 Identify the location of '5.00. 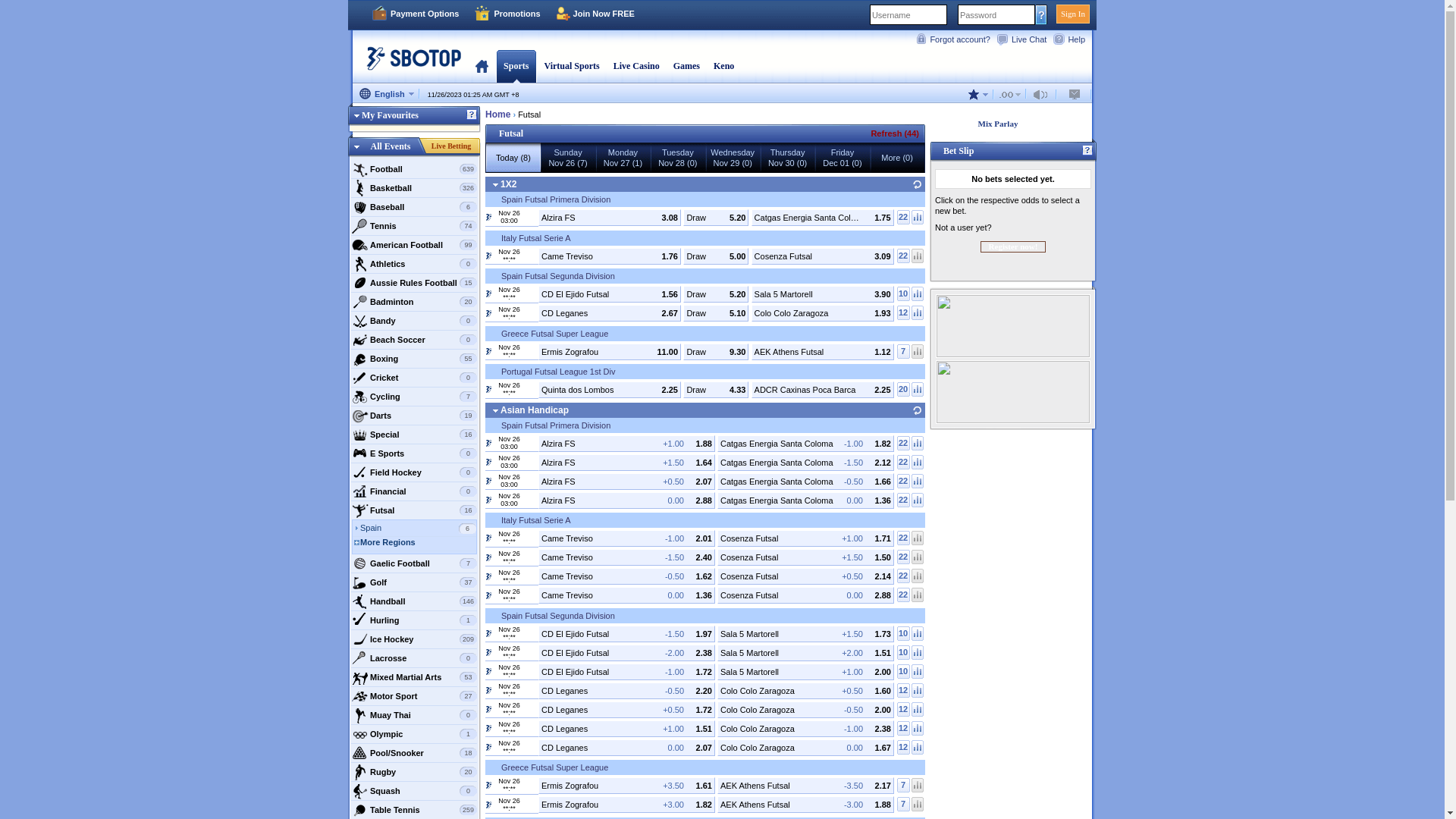
(682, 254).